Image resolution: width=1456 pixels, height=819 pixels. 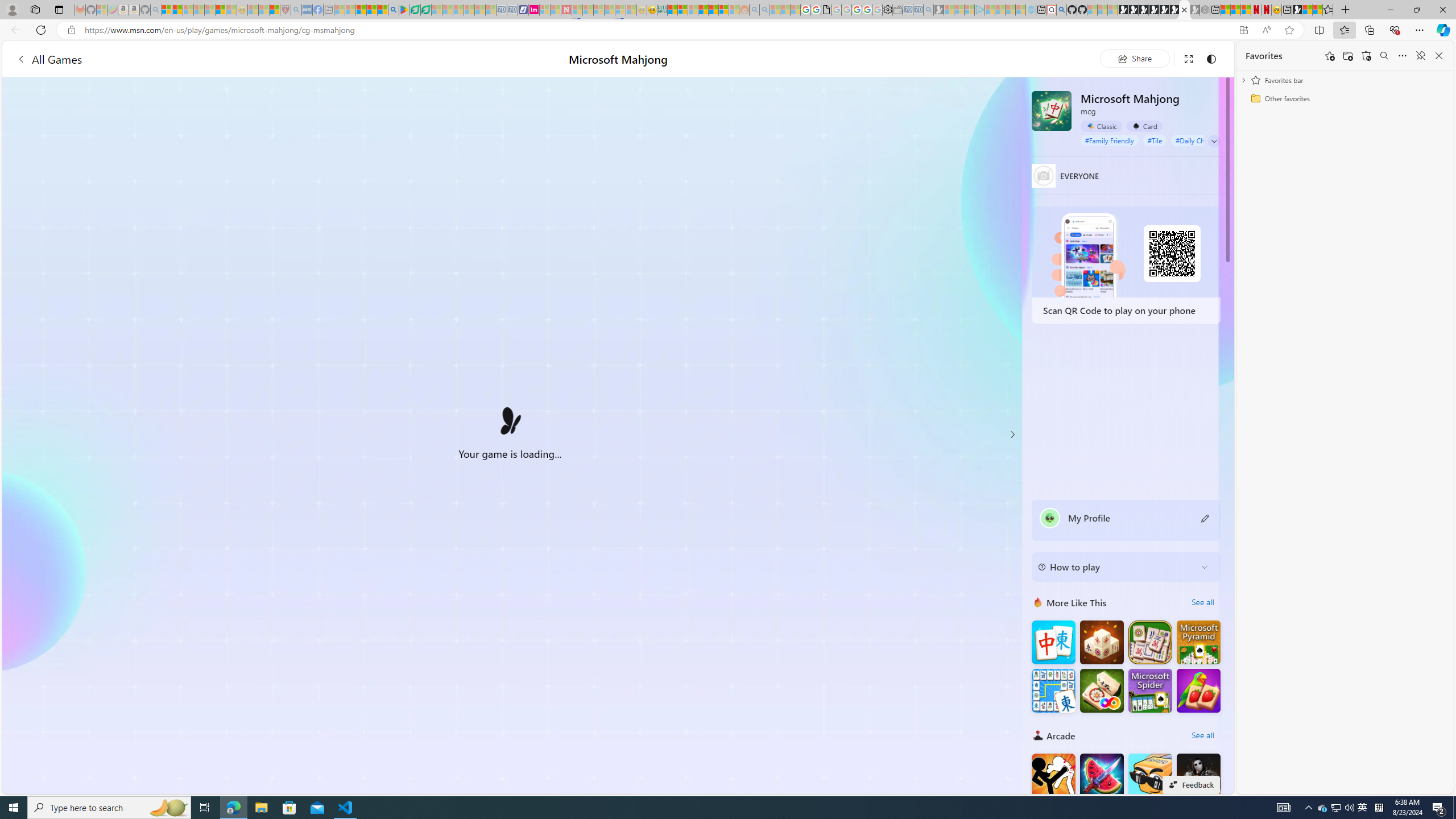 I want to click on 'Change to dark mode', so click(x=1210, y=58).